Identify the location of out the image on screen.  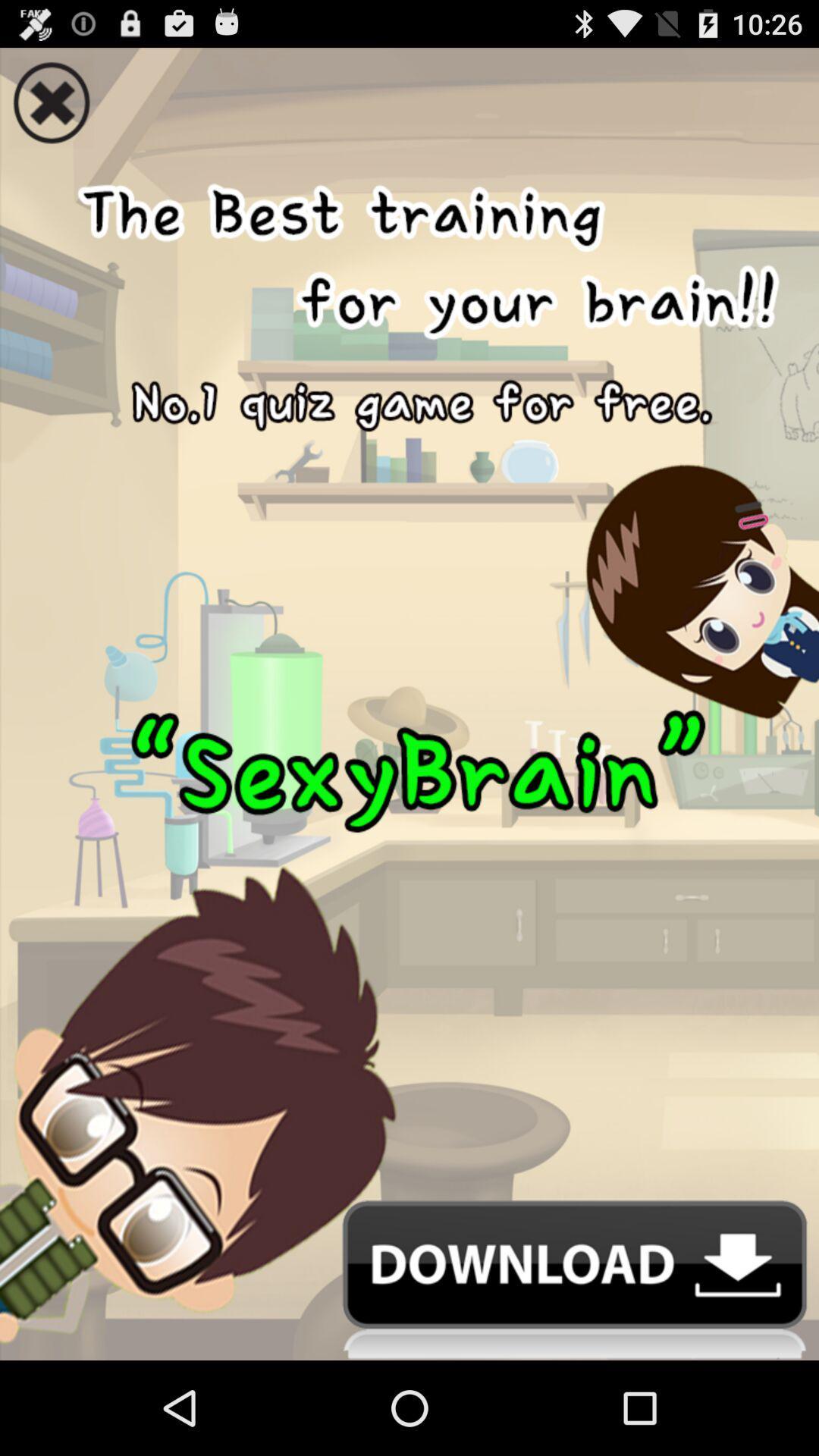
(409, 97).